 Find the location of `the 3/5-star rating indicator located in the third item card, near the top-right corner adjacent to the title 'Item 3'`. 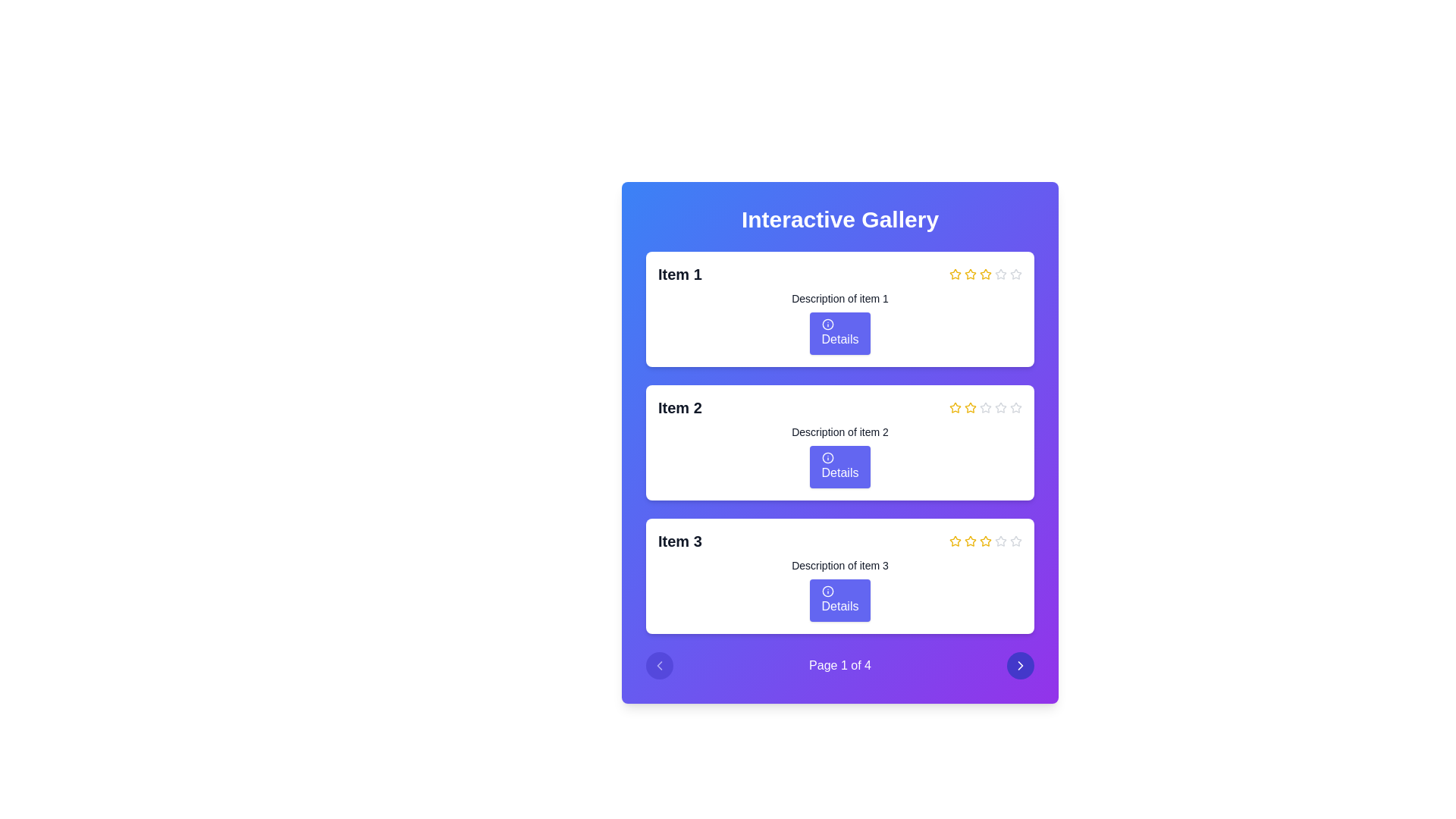

the 3/5-star rating indicator located in the third item card, near the top-right corner adjacent to the title 'Item 3' is located at coordinates (986, 540).